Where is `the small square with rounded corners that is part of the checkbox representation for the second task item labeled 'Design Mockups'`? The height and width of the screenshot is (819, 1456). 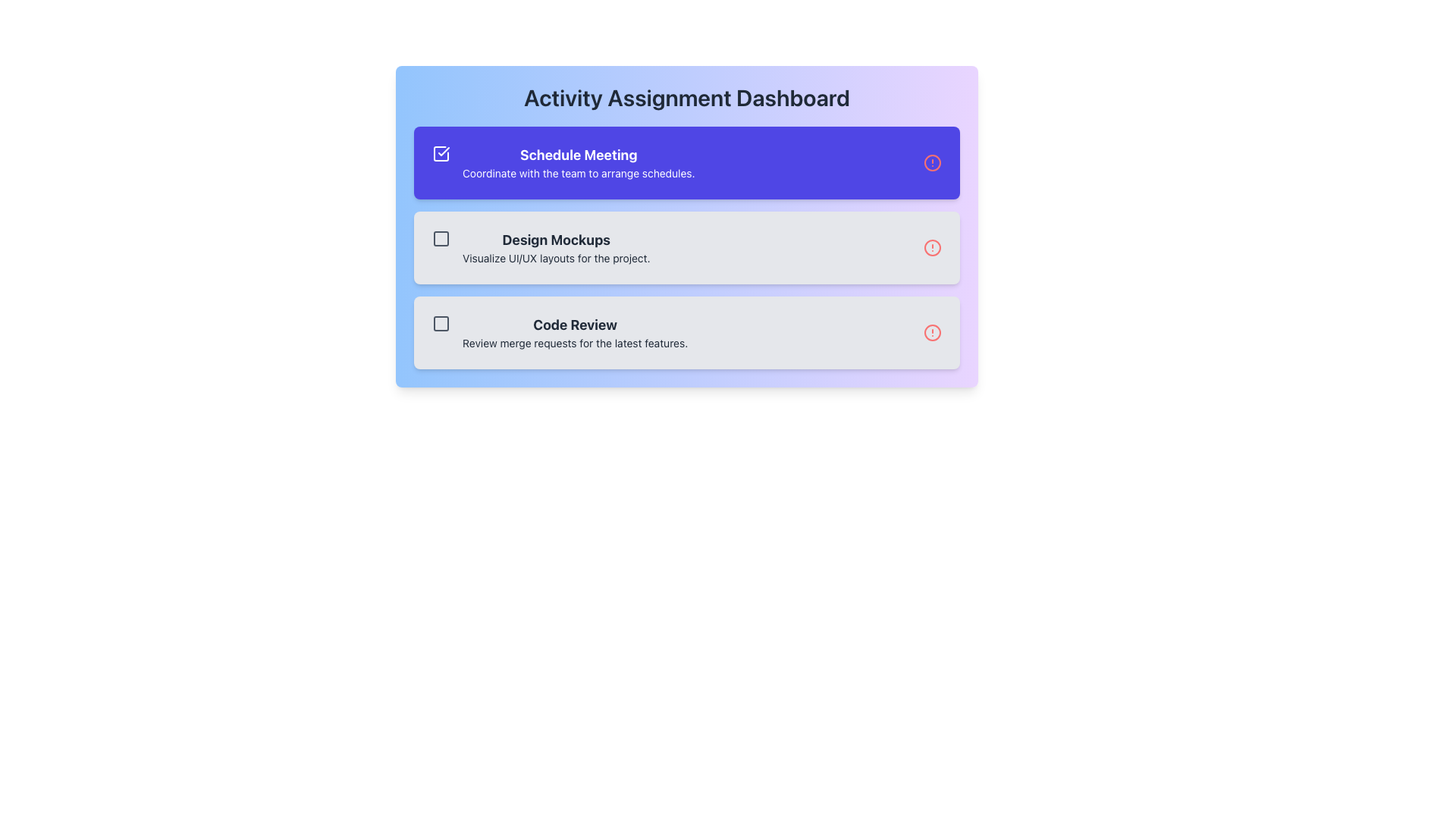 the small square with rounded corners that is part of the checkbox representation for the second task item labeled 'Design Mockups' is located at coordinates (440, 239).